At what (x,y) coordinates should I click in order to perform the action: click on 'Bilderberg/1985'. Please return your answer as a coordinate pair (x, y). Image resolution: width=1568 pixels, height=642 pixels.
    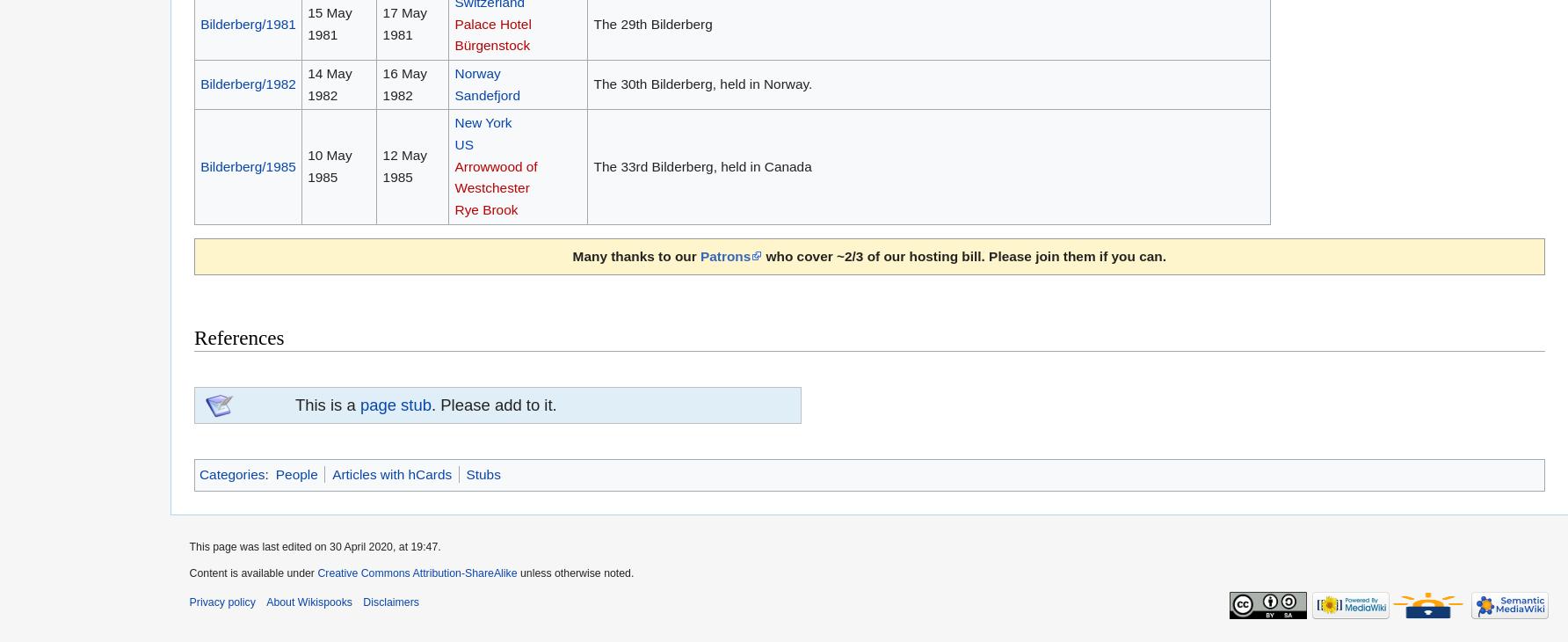
    Looking at the image, I should click on (248, 165).